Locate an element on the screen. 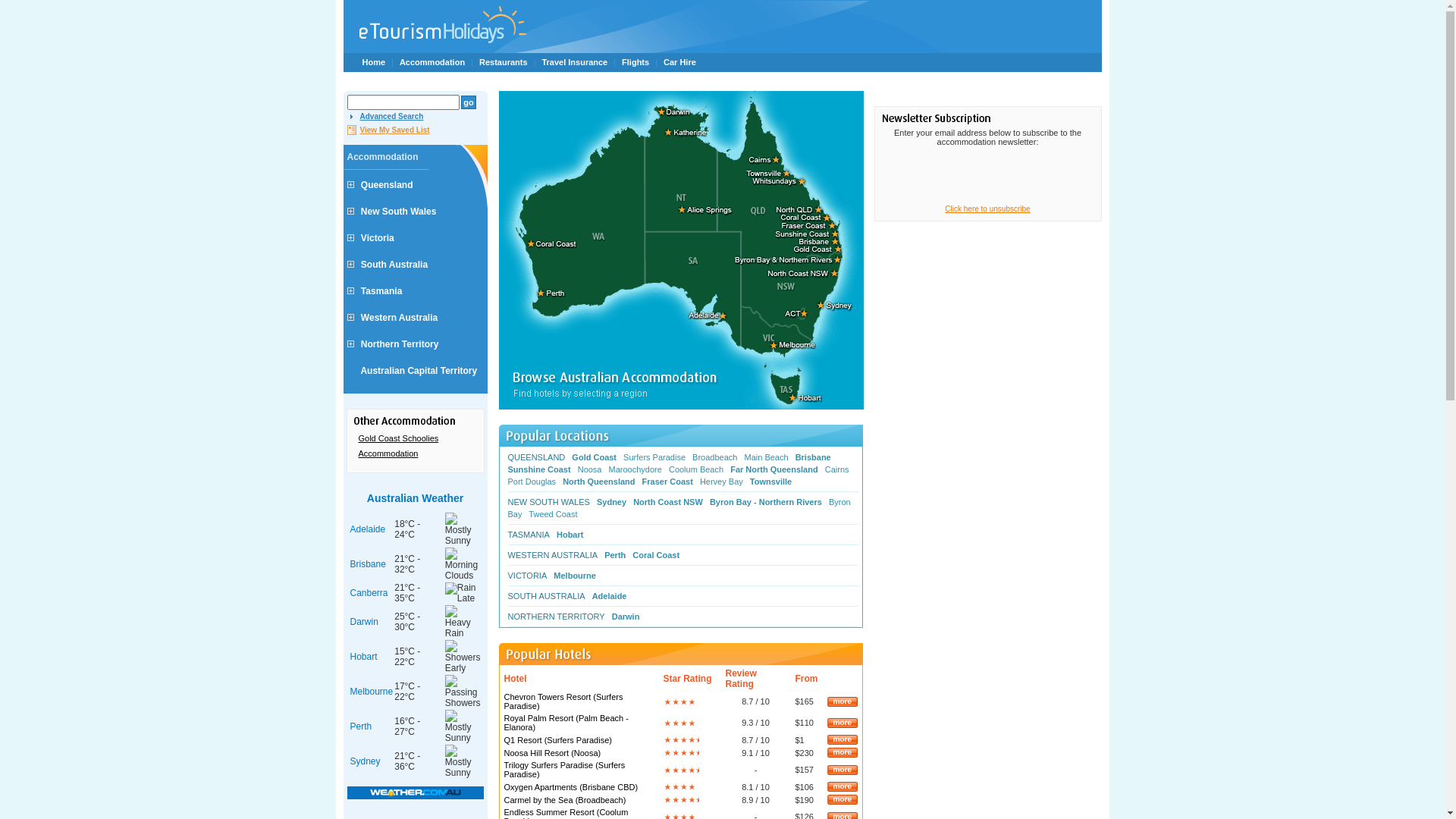 This screenshot has height=819, width=1456. 'Gold Coast' is located at coordinates (595, 456).